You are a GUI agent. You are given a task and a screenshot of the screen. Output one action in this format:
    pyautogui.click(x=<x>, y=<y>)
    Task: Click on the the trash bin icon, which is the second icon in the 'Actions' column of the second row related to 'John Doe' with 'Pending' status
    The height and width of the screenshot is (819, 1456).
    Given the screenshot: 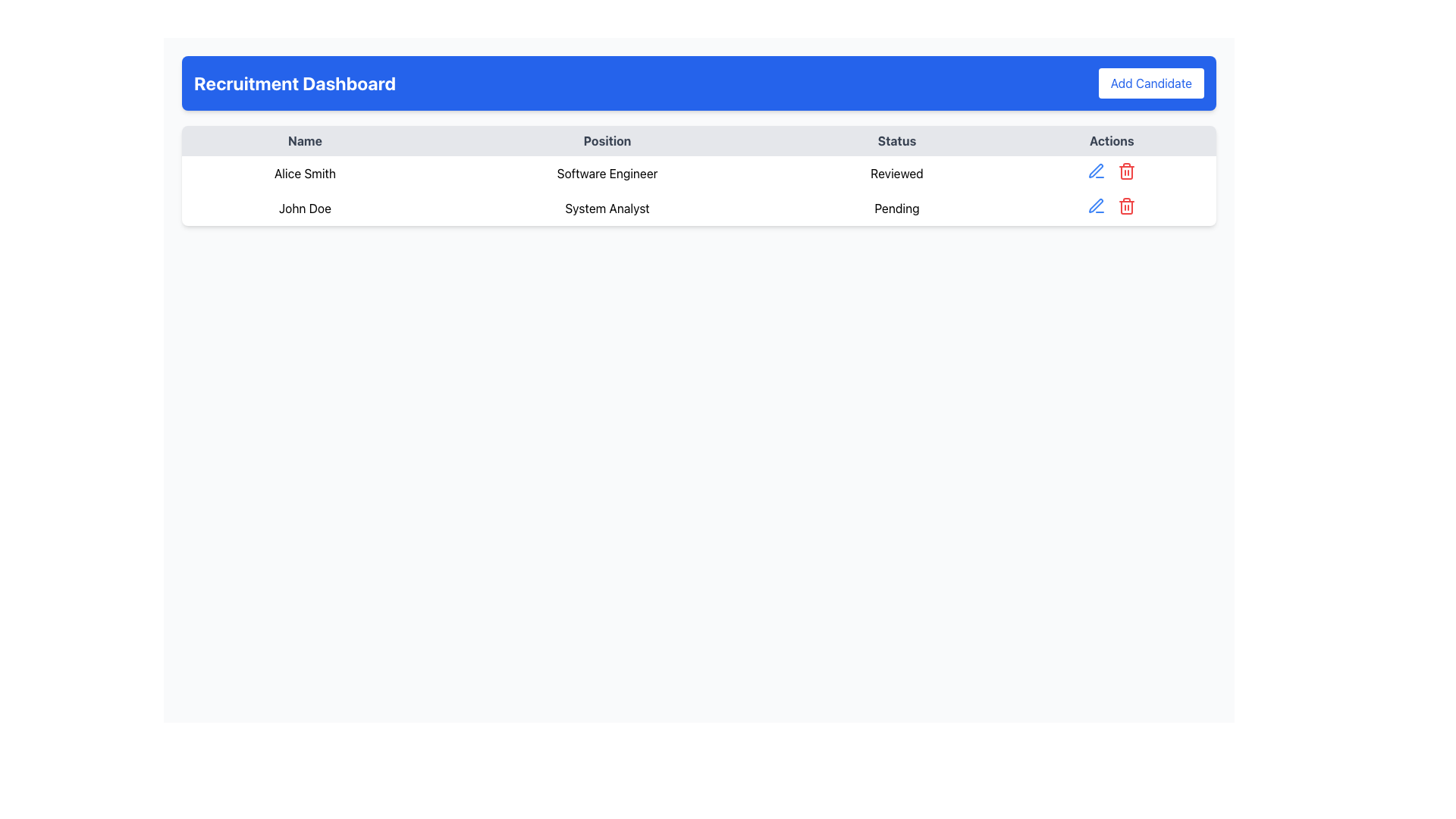 What is the action you would take?
    pyautogui.click(x=1127, y=171)
    